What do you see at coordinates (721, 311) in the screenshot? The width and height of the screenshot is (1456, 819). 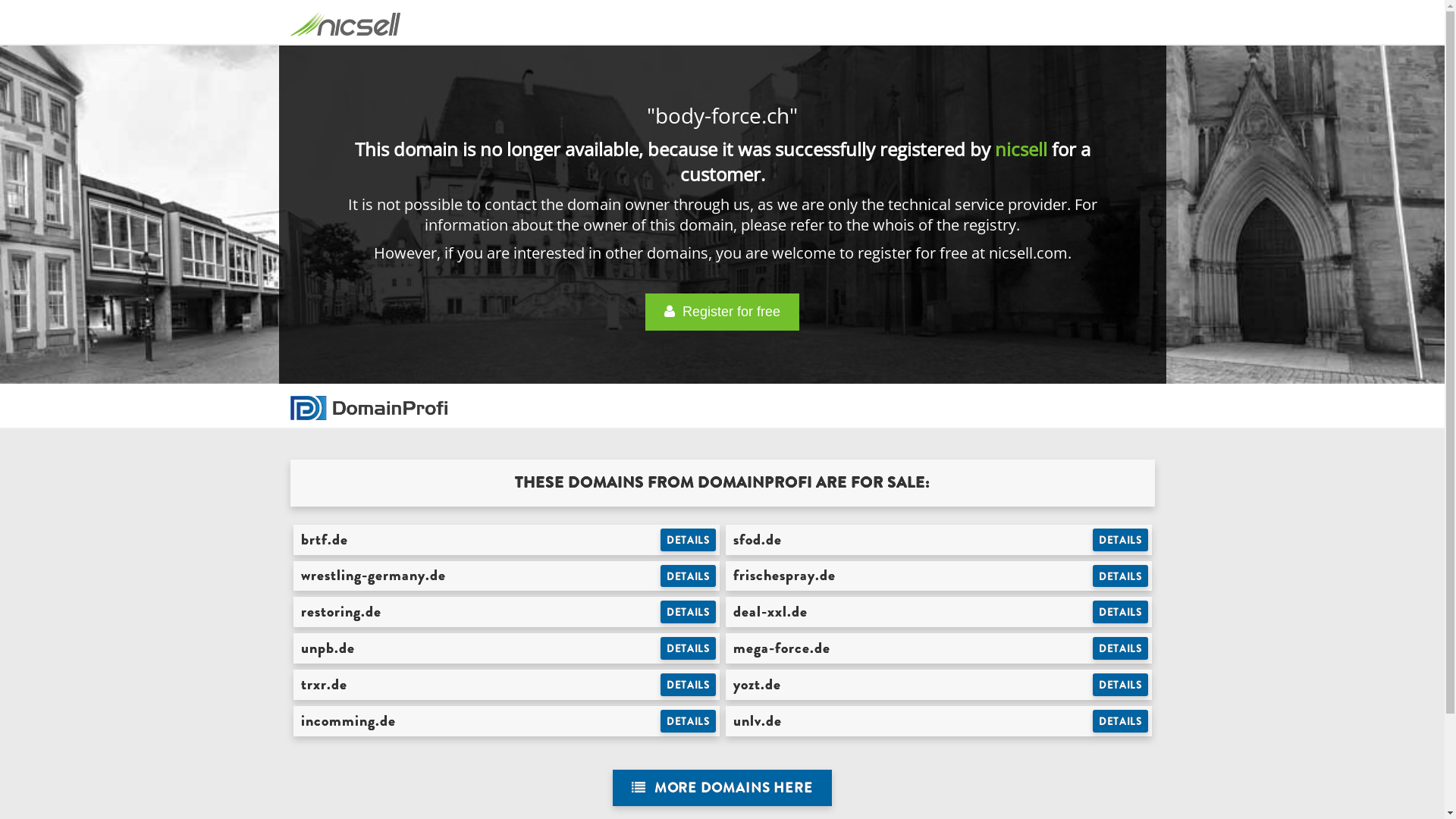 I see `'  Register for free'` at bounding box center [721, 311].